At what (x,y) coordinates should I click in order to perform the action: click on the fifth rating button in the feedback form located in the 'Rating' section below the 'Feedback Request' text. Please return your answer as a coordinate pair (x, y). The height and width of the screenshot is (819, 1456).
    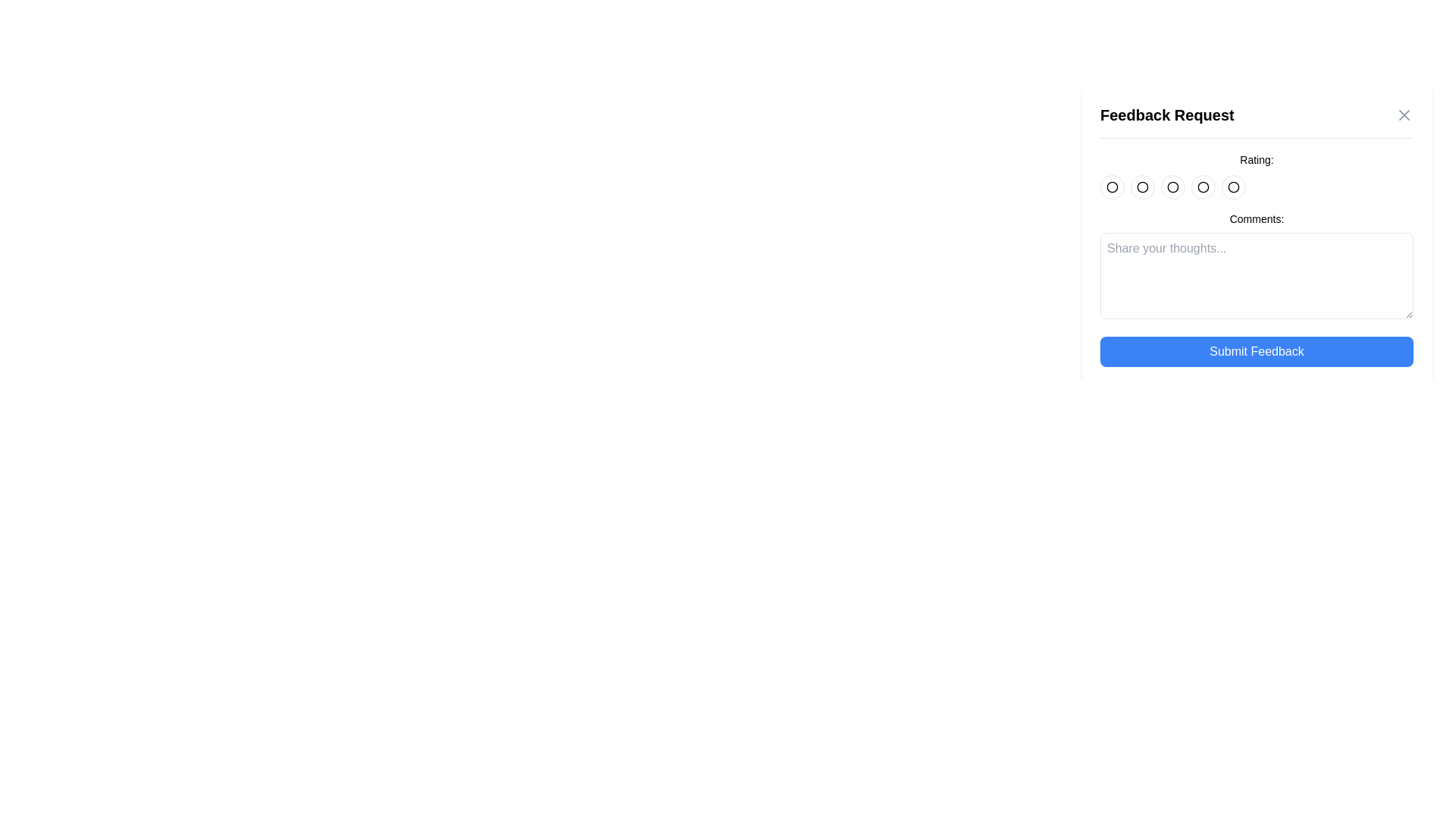
    Looking at the image, I should click on (1234, 186).